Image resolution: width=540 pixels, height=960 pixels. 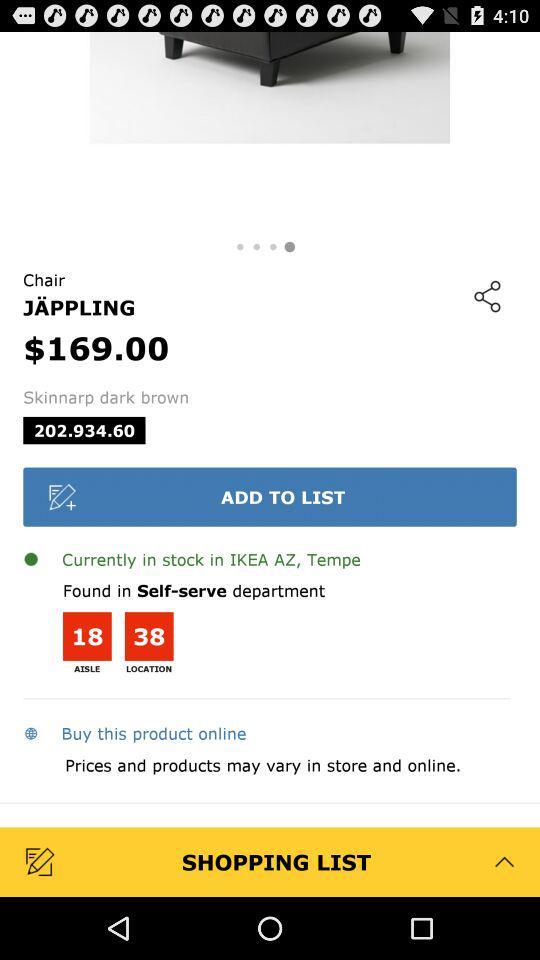 I want to click on the app above prices and products, so click(x=134, y=732).